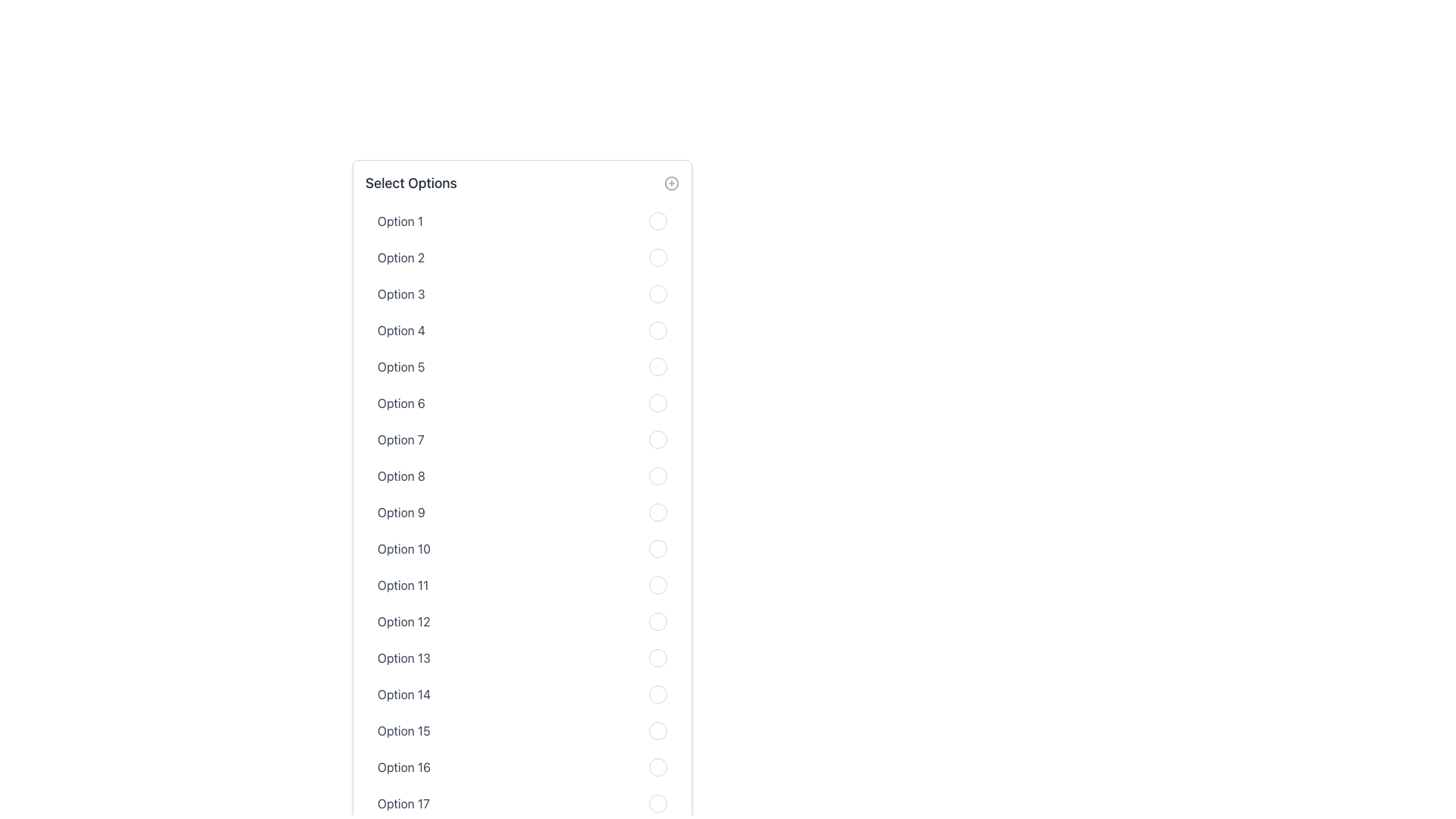  I want to click on contents of the static text label for the second option in the list under the header 'Select Options'. This label is located directly below 'Option 1' and above 'Option 3', and is adjacent to a circular selection indicator, so click(401, 256).